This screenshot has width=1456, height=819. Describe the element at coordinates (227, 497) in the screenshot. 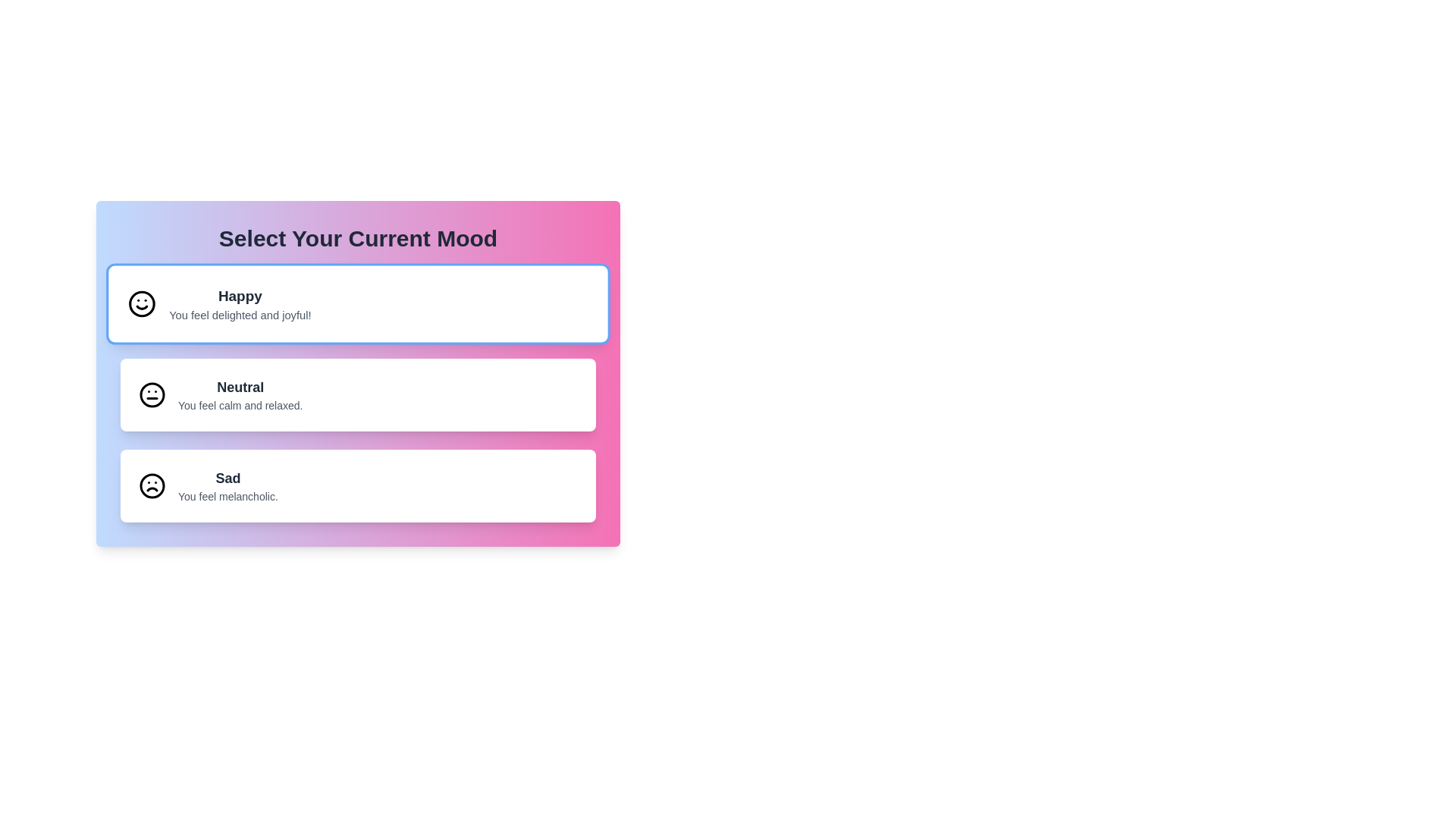

I see `the text label displaying 'You feel melancholic.' which is located below the title 'Sad'` at that location.